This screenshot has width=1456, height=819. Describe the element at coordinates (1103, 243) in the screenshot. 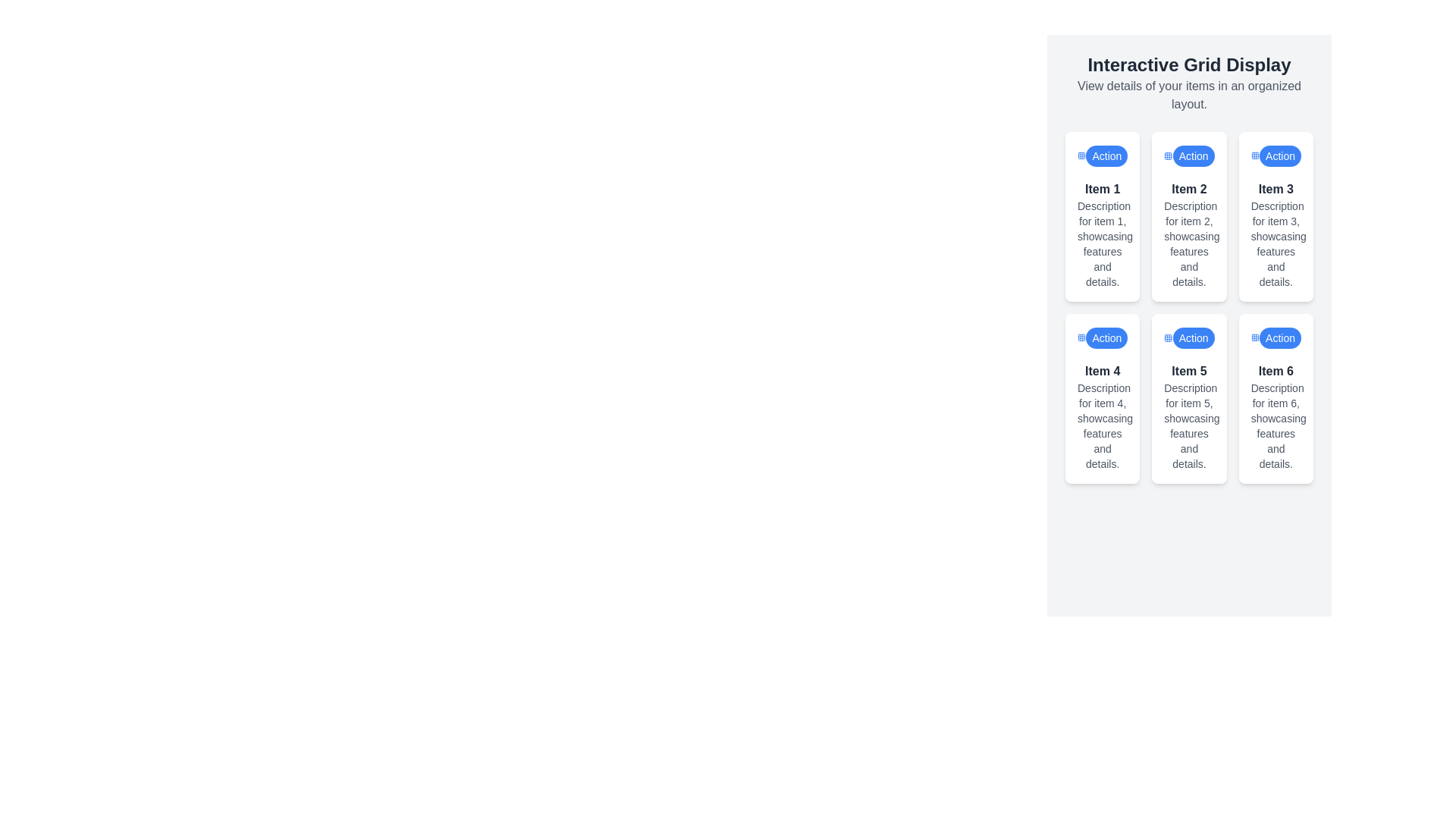

I see `the descriptive text block displaying 'Description for item 1, showcasing features and details.' located beneath the heading 'Item 1' in the first card of the grid layout` at that location.